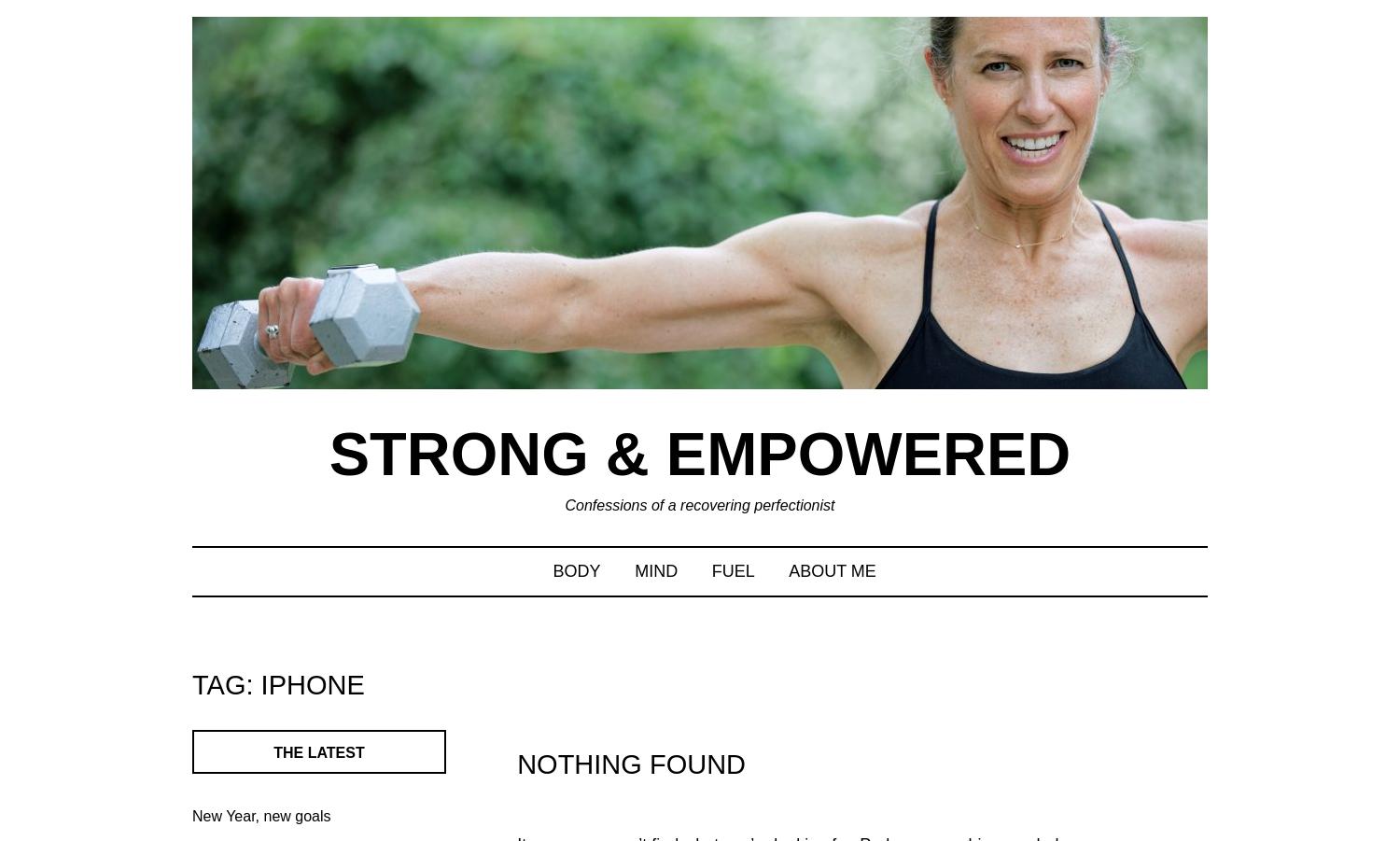 The image size is (1400, 841). What do you see at coordinates (832, 568) in the screenshot?
I see `'ABOUT ME'` at bounding box center [832, 568].